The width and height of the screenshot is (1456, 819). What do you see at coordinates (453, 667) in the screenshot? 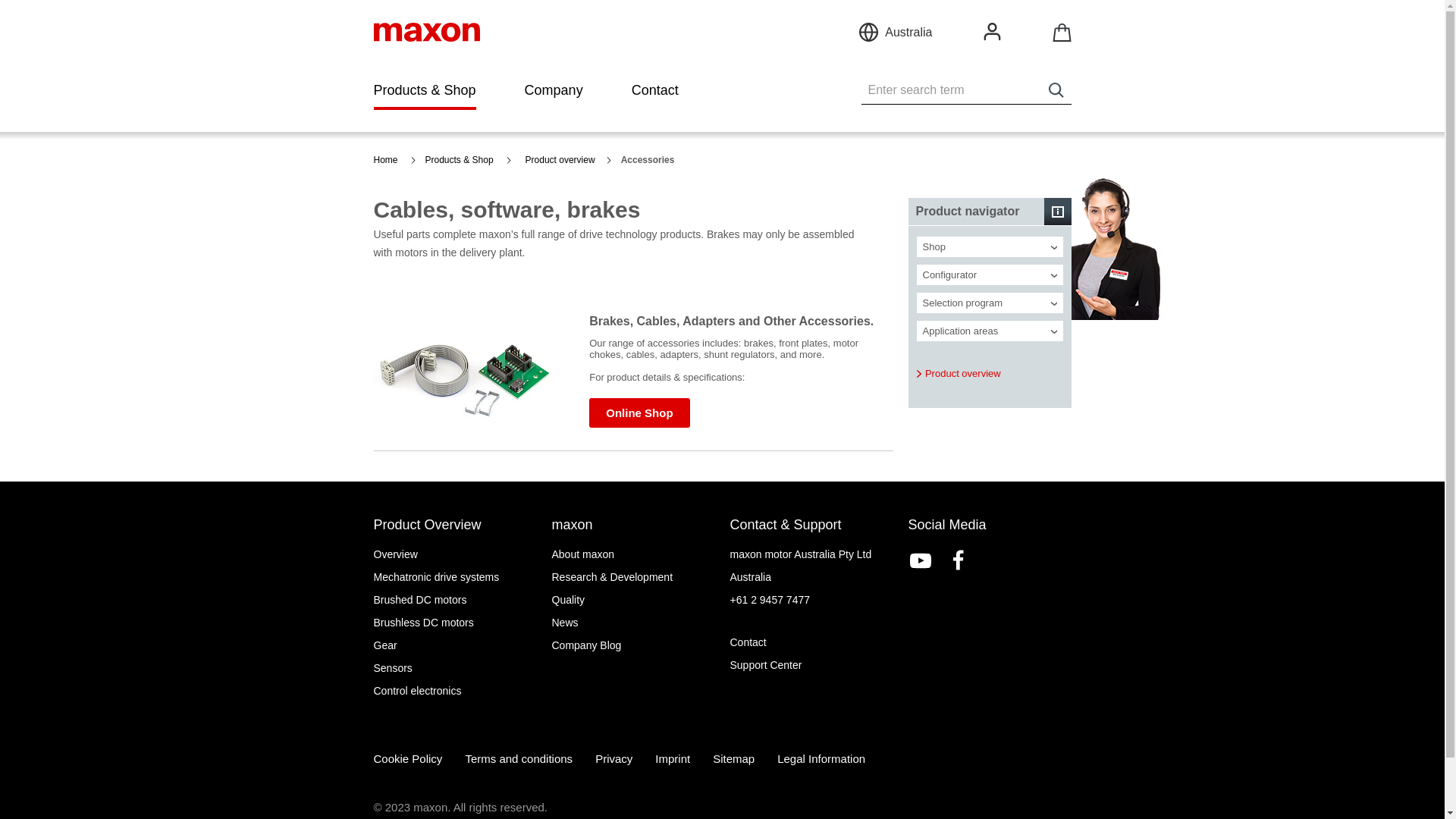
I see `'Sensors'` at bounding box center [453, 667].